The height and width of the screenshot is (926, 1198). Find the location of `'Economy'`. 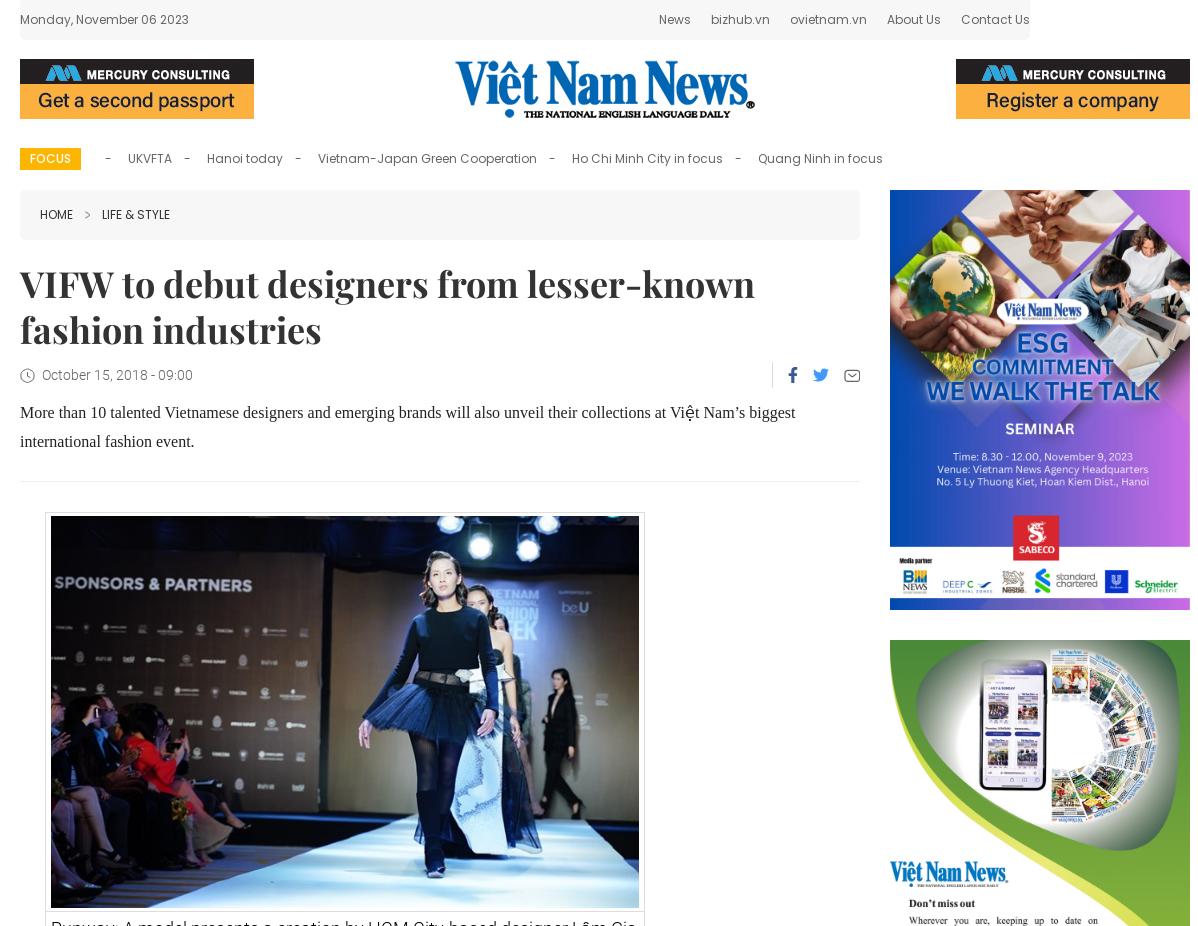

'Economy' is located at coordinates (318, 24).